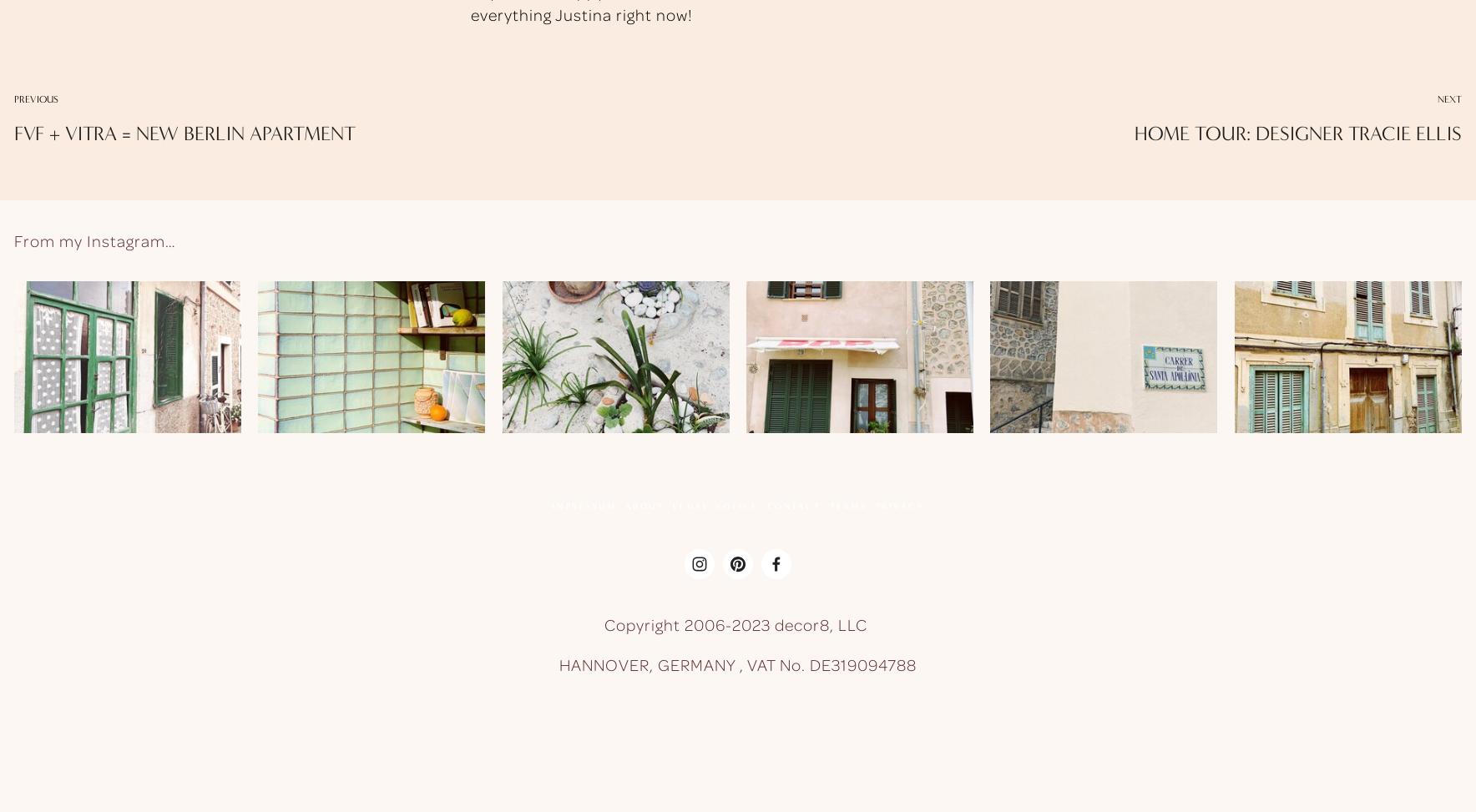 Image resolution: width=1476 pixels, height=812 pixels. Describe the element at coordinates (792, 505) in the screenshot. I see `'Contact'` at that location.